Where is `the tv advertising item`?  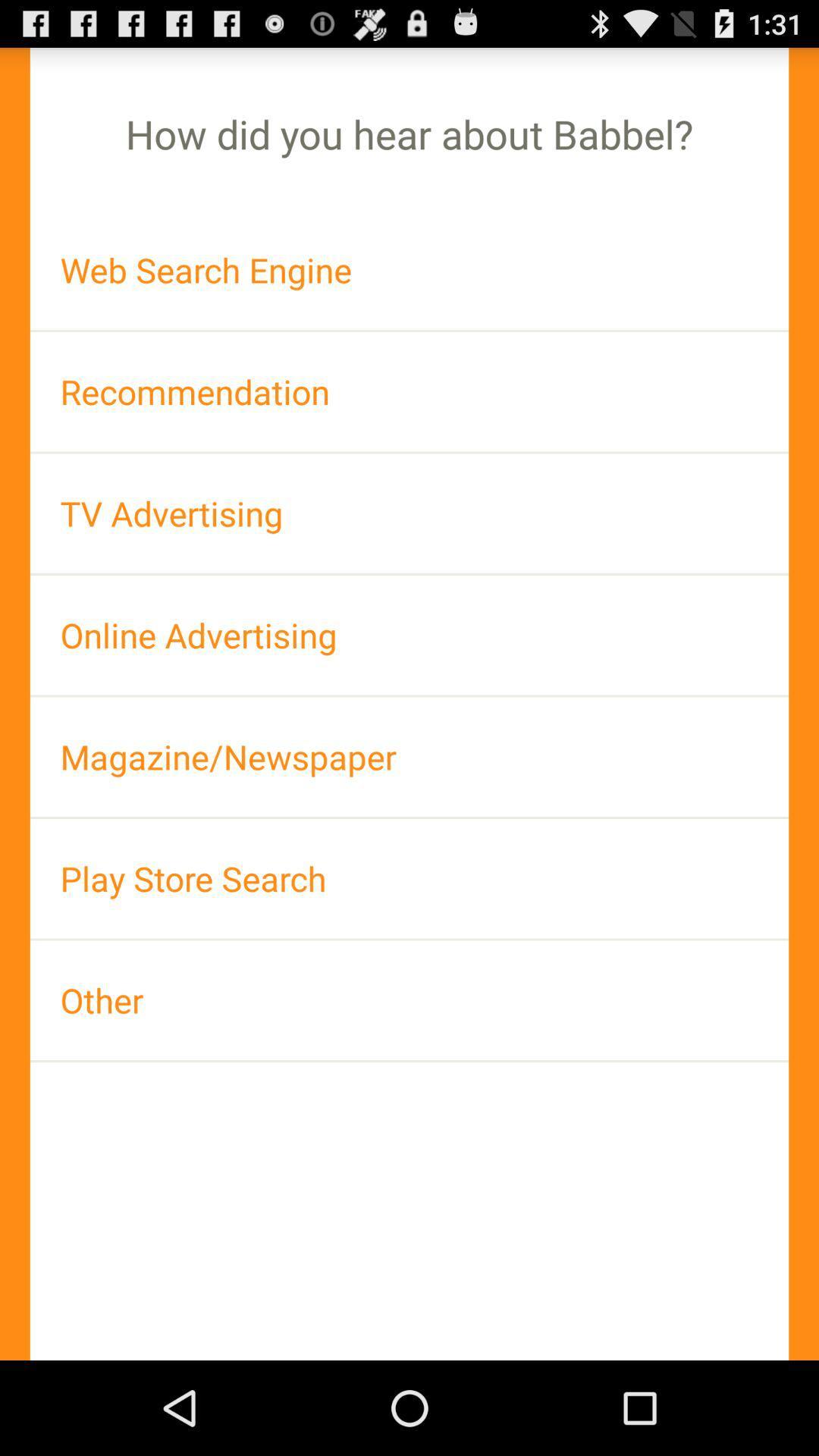 the tv advertising item is located at coordinates (409, 513).